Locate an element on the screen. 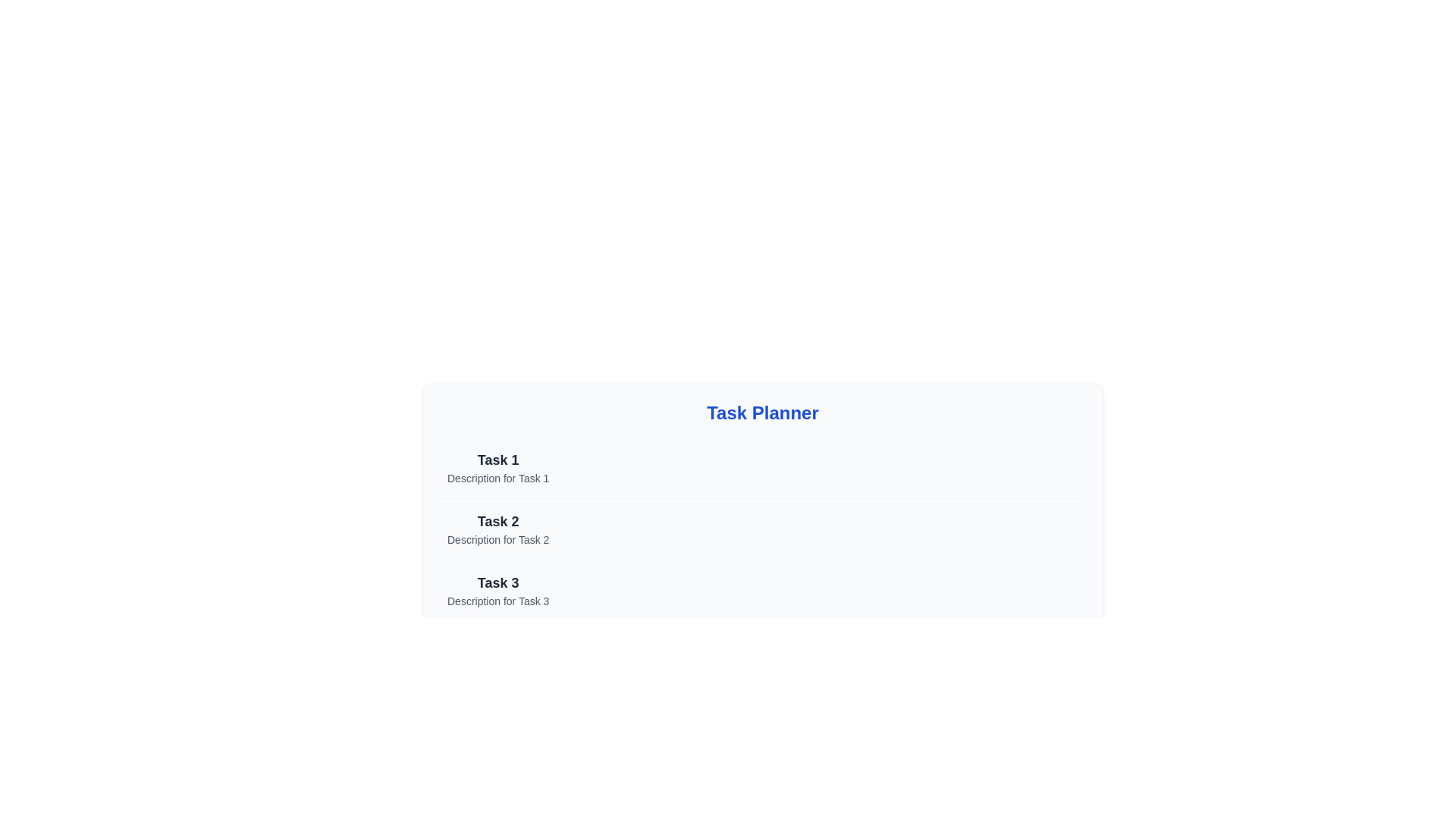 The width and height of the screenshot is (1456, 819). header text 'Task Planner' which is prominently styled in a large, bold blue font and located at the top of the content panel is located at coordinates (763, 413).